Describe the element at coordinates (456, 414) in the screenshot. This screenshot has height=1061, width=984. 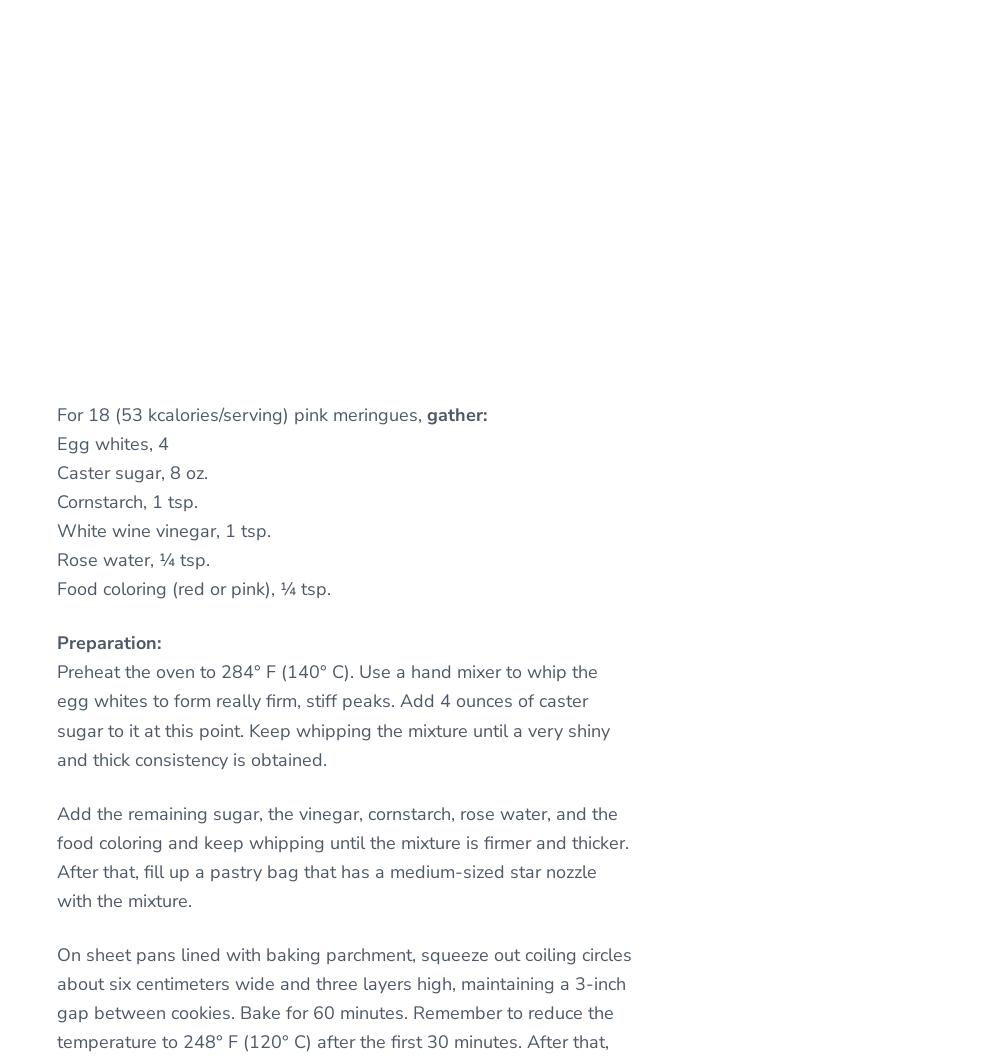
I see `'gather:'` at that location.